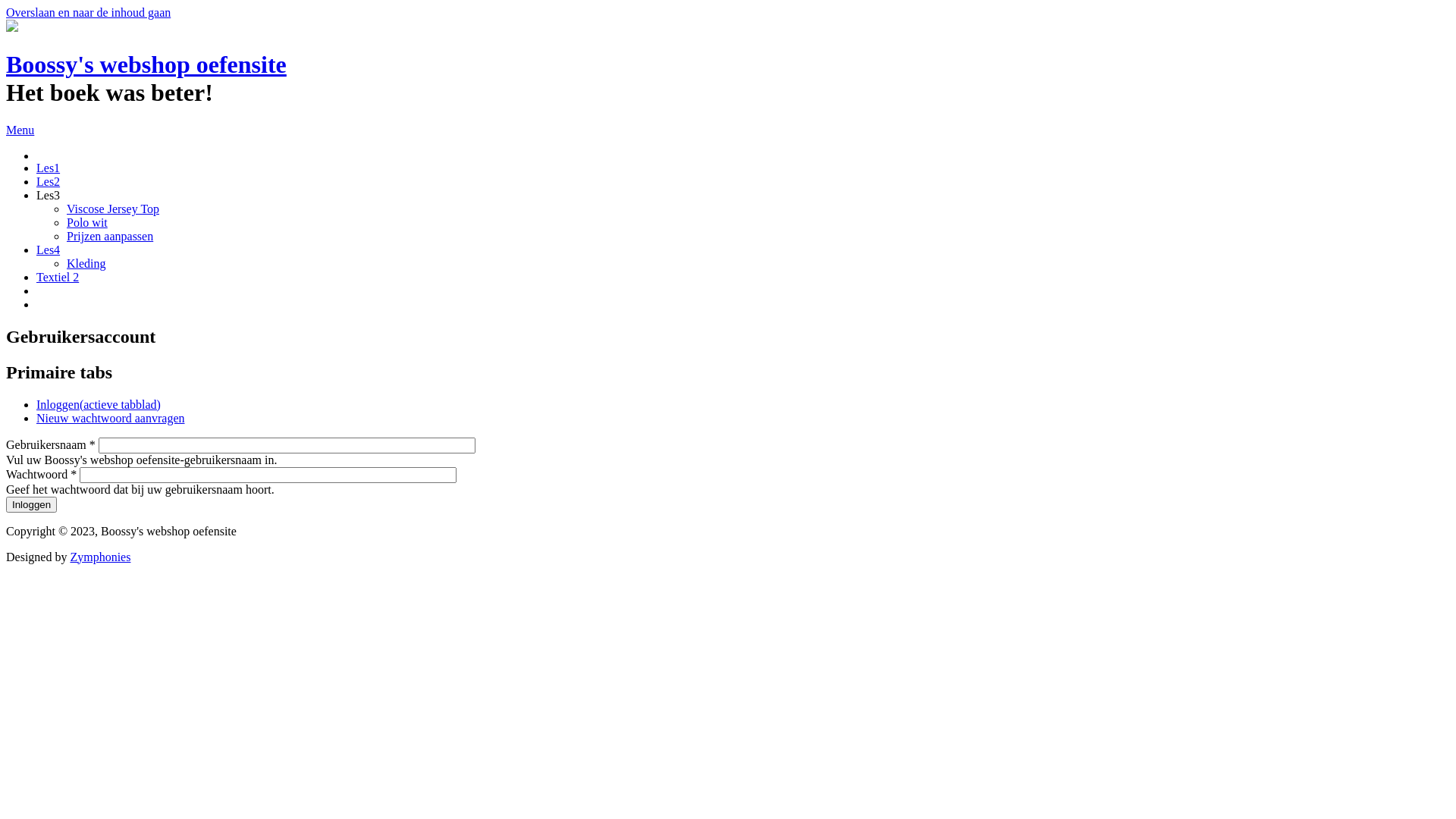  I want to click on 'Boossy's webshop oefensite', so click(6, 63).